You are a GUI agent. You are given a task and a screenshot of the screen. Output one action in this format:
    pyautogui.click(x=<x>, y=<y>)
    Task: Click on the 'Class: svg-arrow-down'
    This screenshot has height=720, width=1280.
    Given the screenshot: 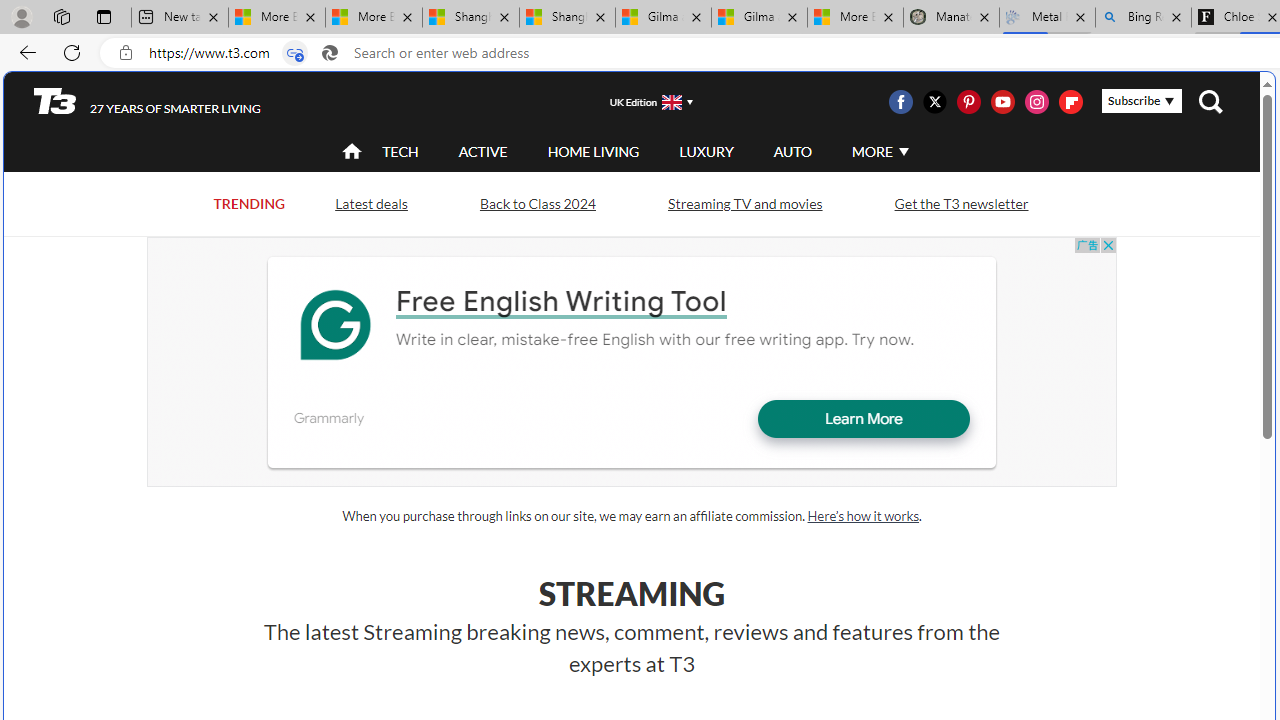 What is the action you would take?
    pyautogui.click(x=902, y=150)
    